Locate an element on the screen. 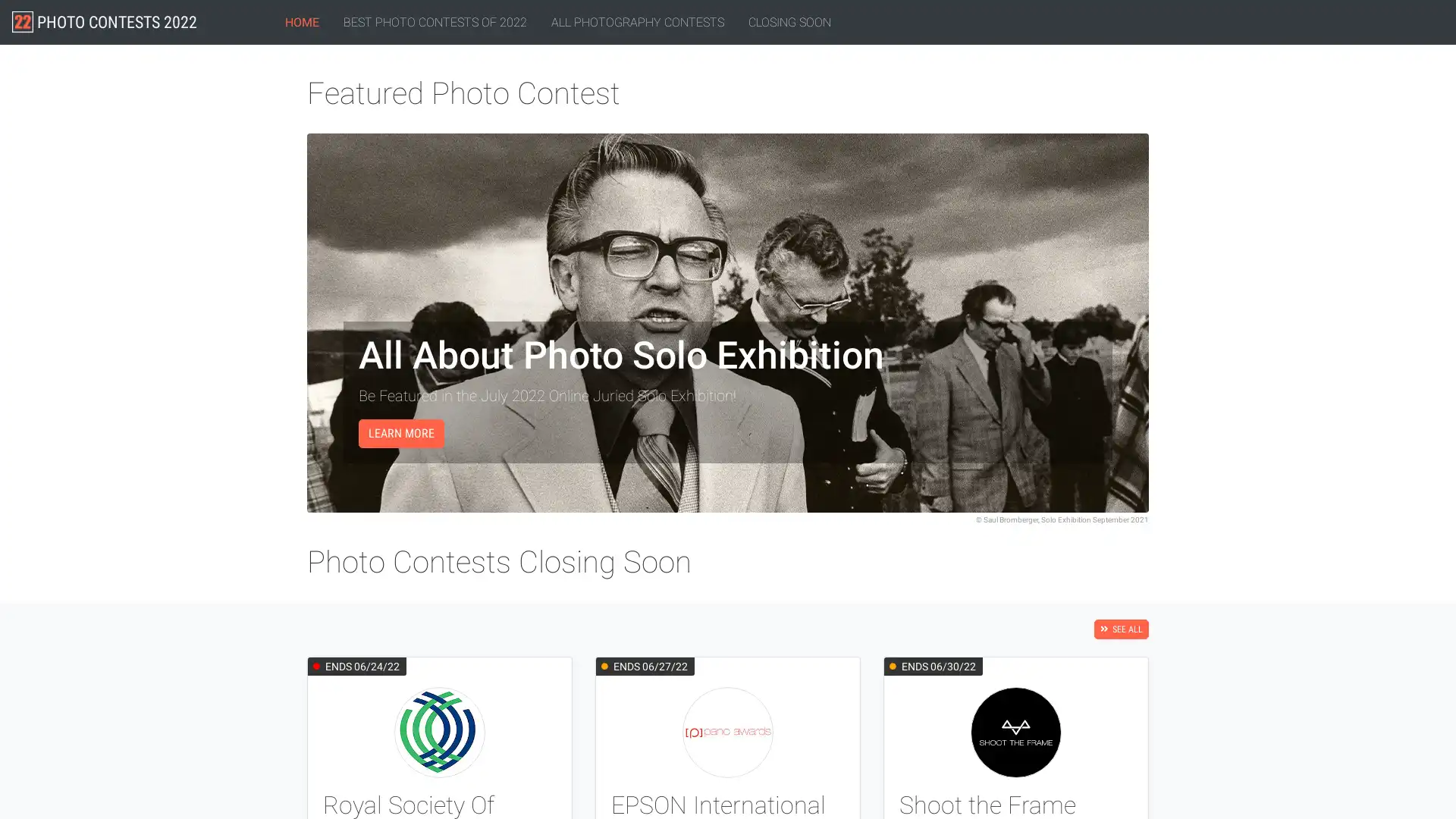 Image resolution: width=1456 pixels, height=819 pixels. LEARN MORE is located at coordinates (401, 433).